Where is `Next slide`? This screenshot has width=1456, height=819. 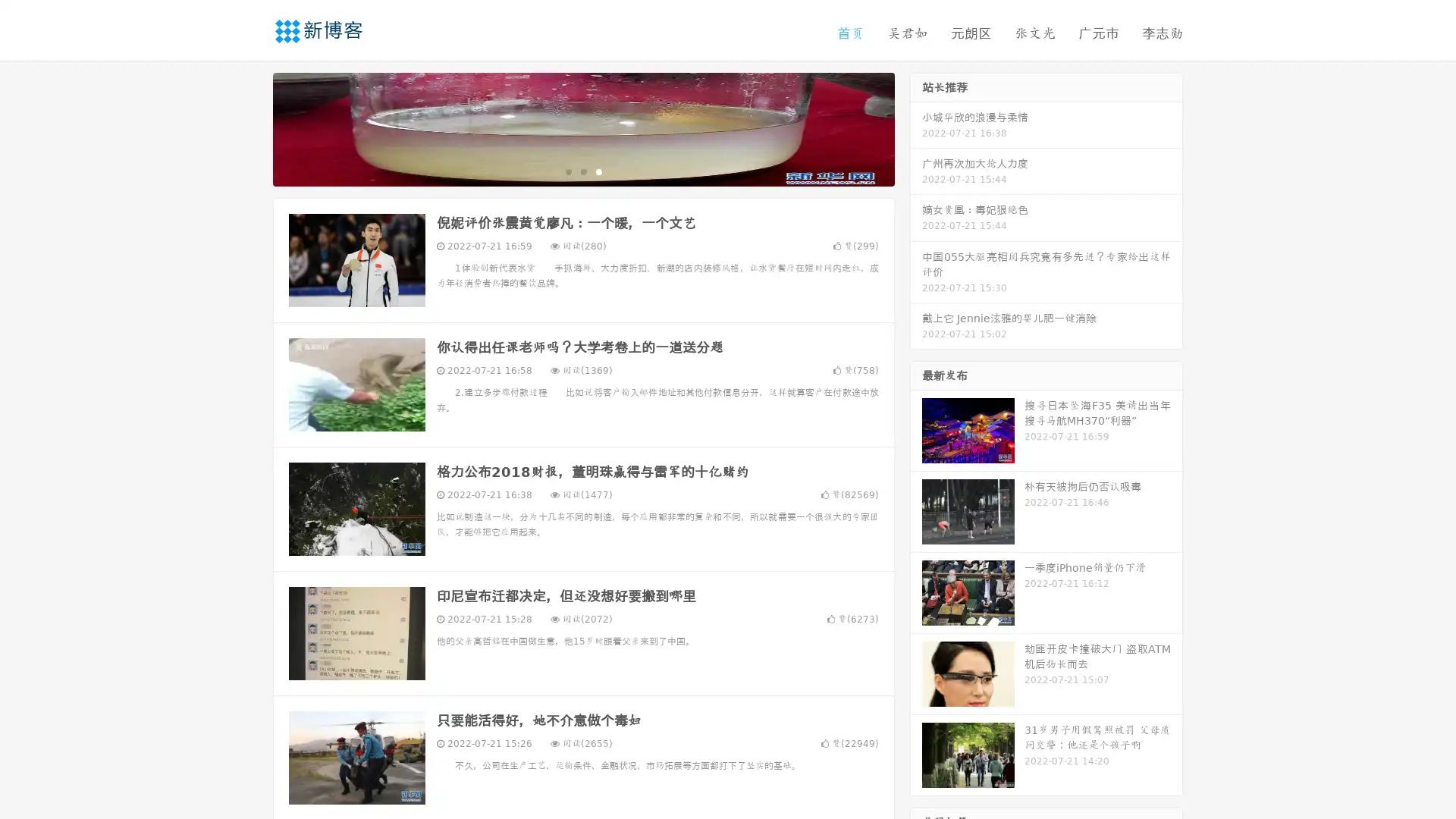
Next slide is located at coordinates (916, 127).